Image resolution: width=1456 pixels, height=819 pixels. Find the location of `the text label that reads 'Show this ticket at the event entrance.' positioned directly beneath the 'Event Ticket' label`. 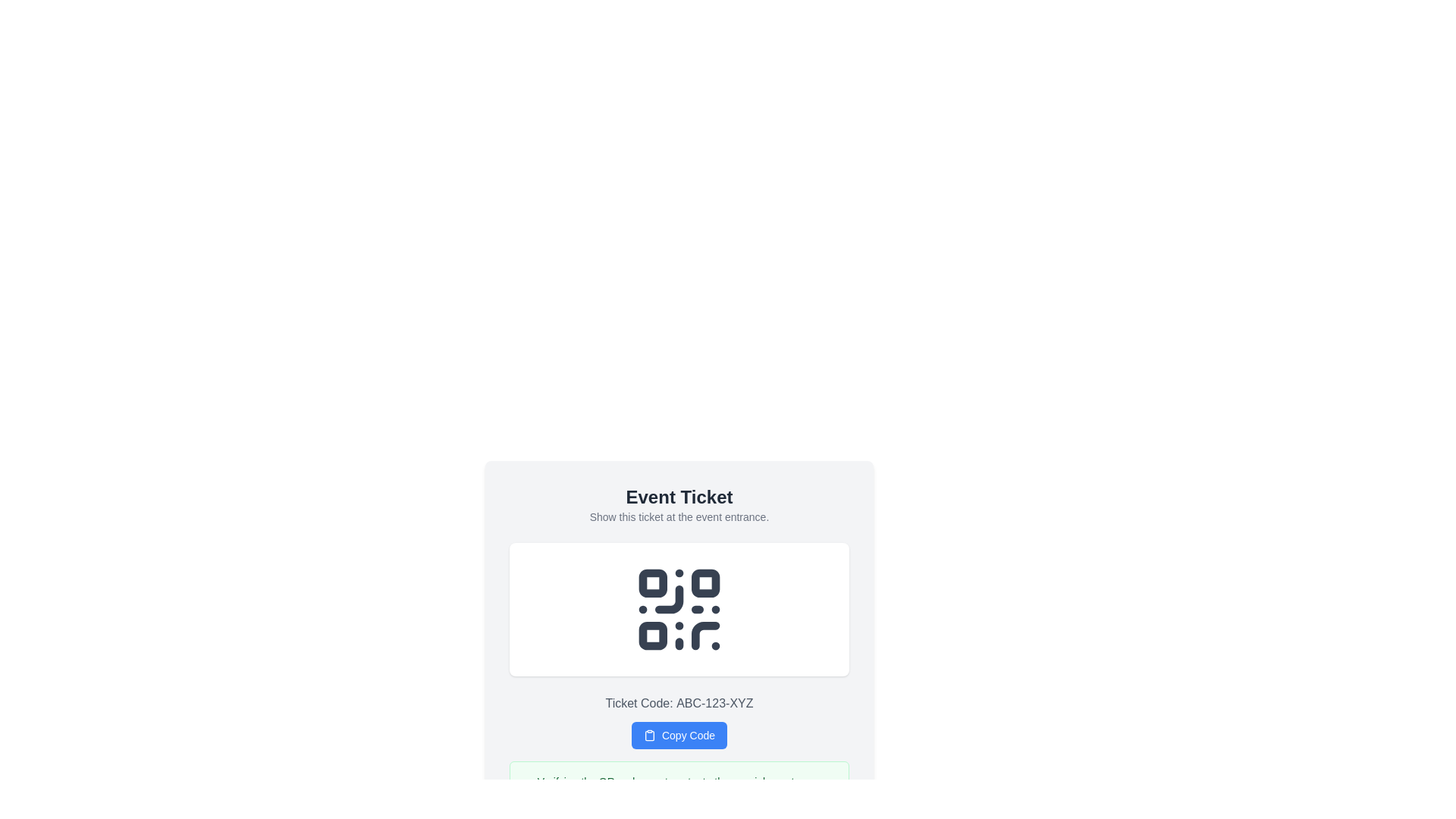

the text label that reads 'Show this ticket at the event entrance.' positioned directly beneath the 'Event Ticket' label is located at coordinates (679, 516).